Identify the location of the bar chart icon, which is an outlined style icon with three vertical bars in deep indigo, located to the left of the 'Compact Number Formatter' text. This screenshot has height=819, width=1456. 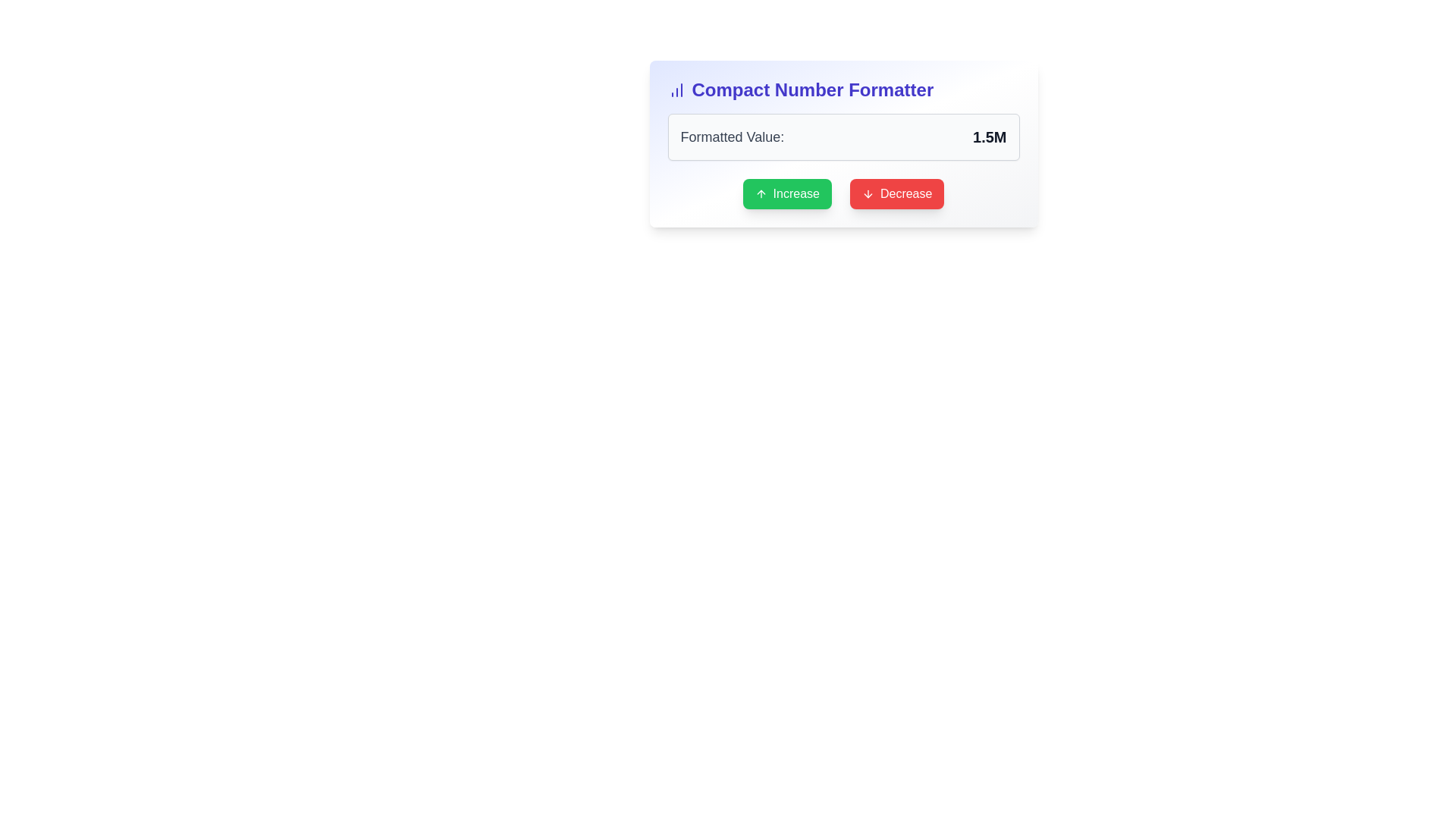
(676, 90).